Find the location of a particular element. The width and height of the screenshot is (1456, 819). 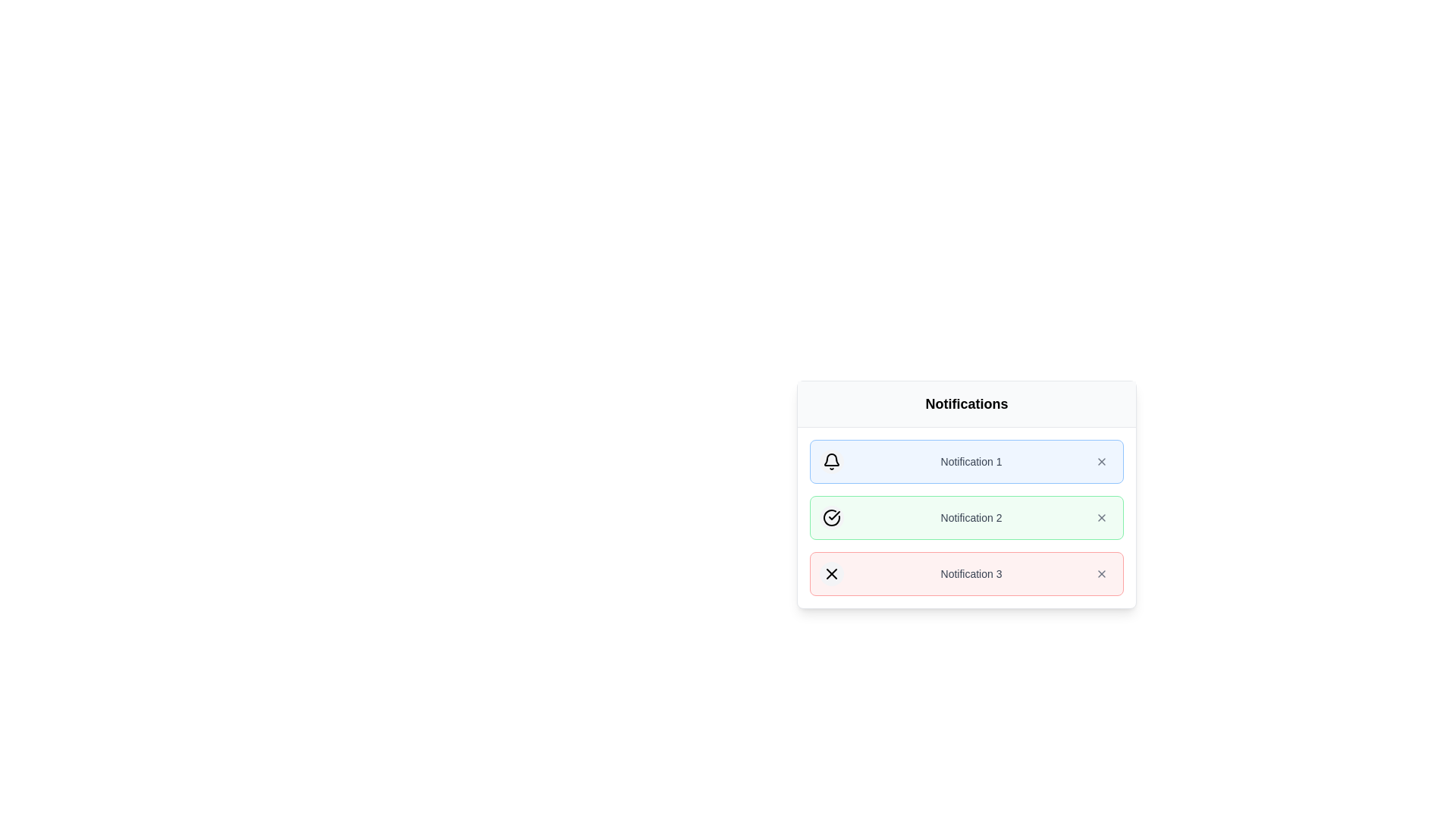

the close icon in the notification box labeled 'Notification 1' is located at coordinates (1102, 461).